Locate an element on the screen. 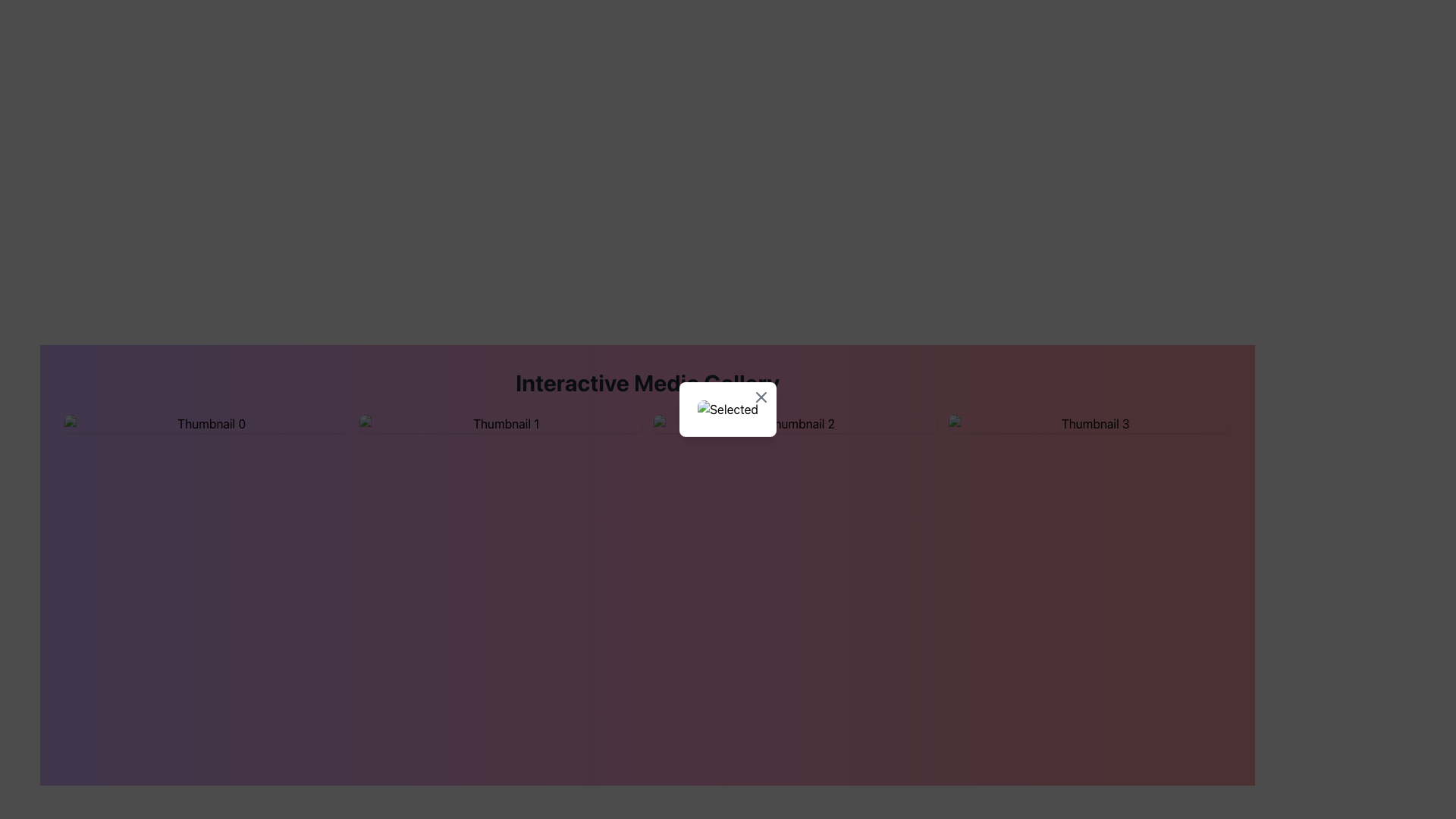  the second thumbnail in a horizontally aligned grid is located at coordinates (500, 424).